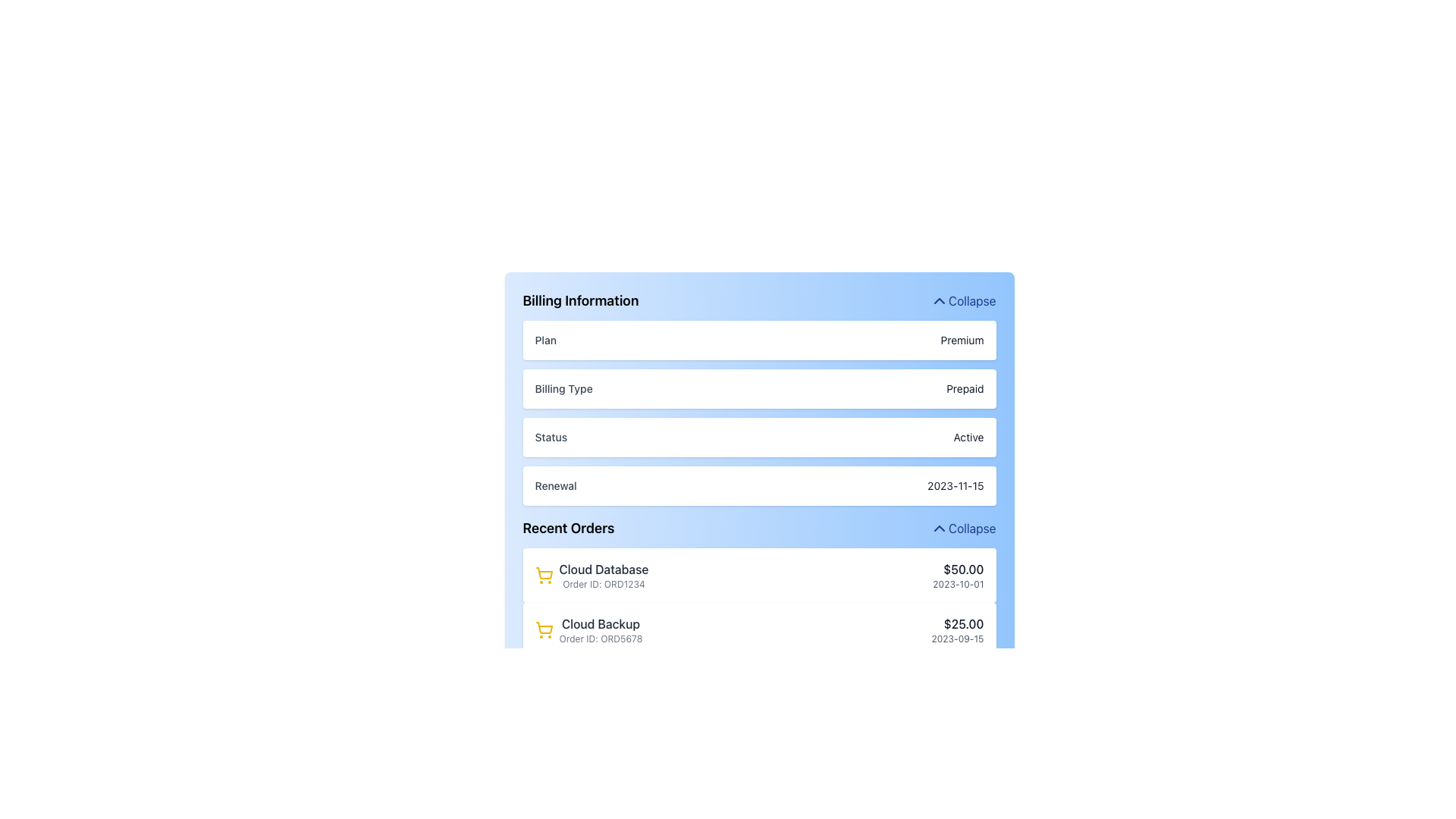  What do you see at coordinates (603, 570) in the screenshot?
I see `text of the 'Cloud Database' label located in the 'Recent Orders' section, which is the first item in the list and appears above the 'Order ID: ORD1234'` at bounding box center [603, 570].